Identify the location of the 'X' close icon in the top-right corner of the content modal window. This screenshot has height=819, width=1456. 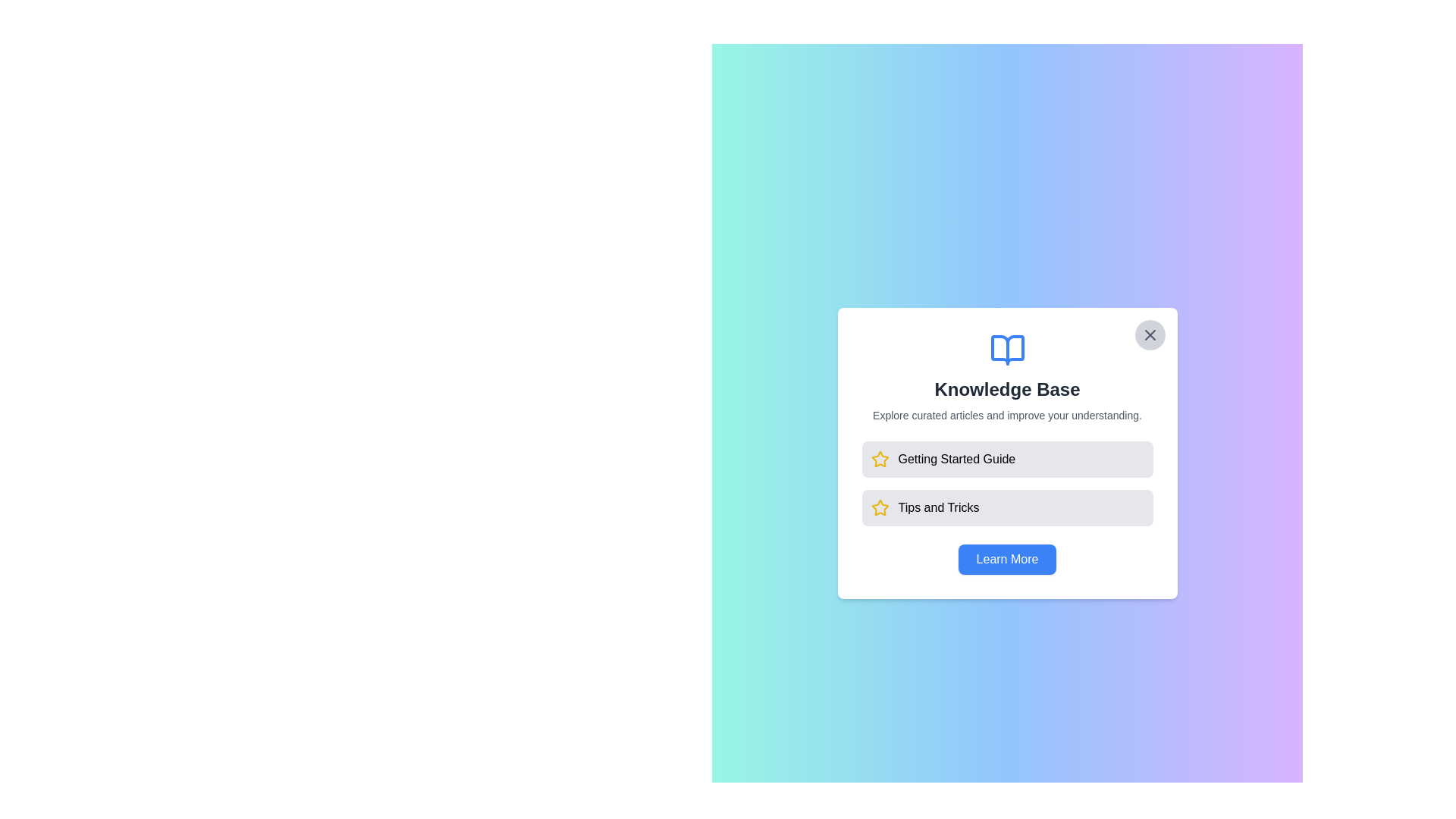
(1150, 334).